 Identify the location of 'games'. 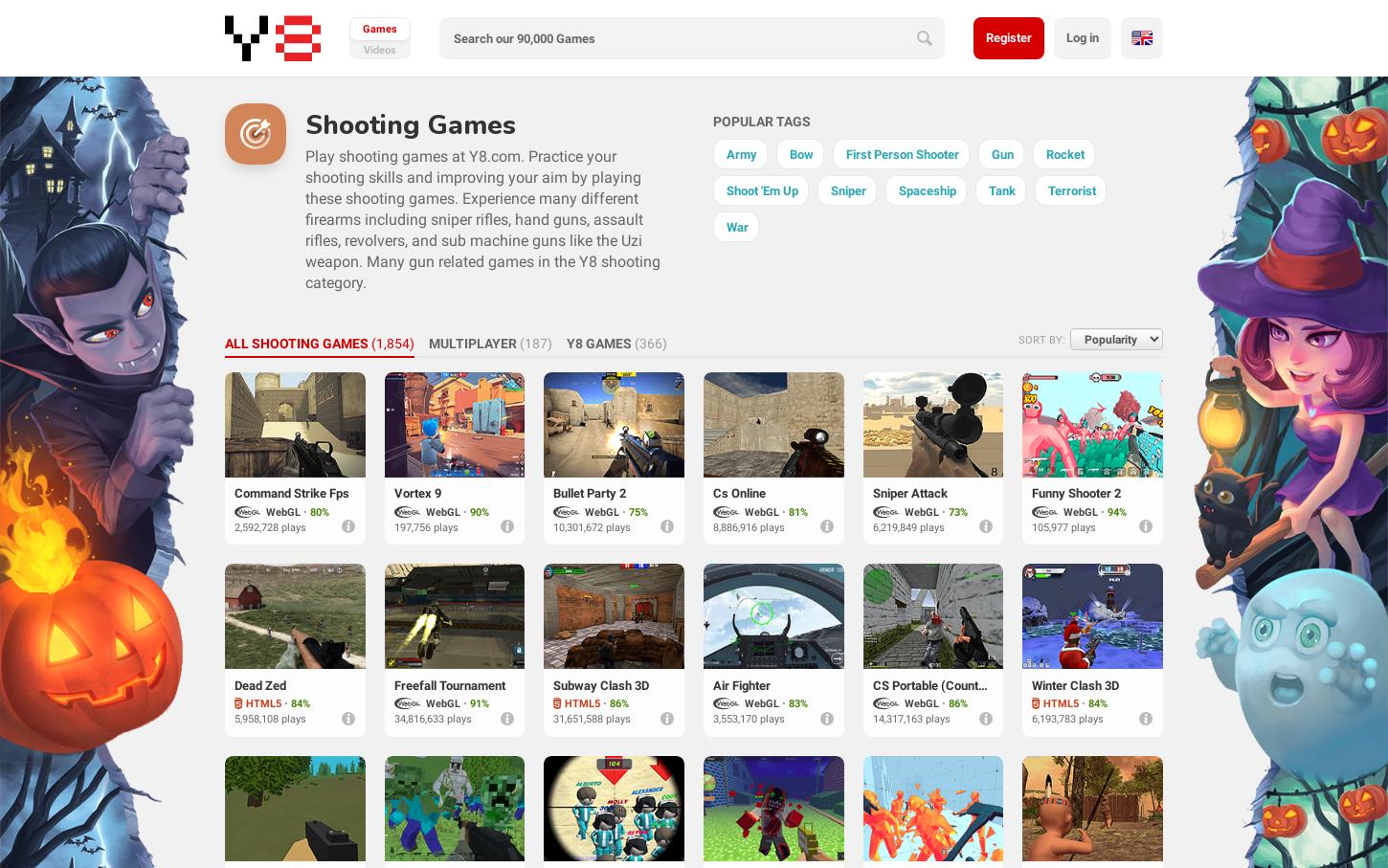
(379, 28).